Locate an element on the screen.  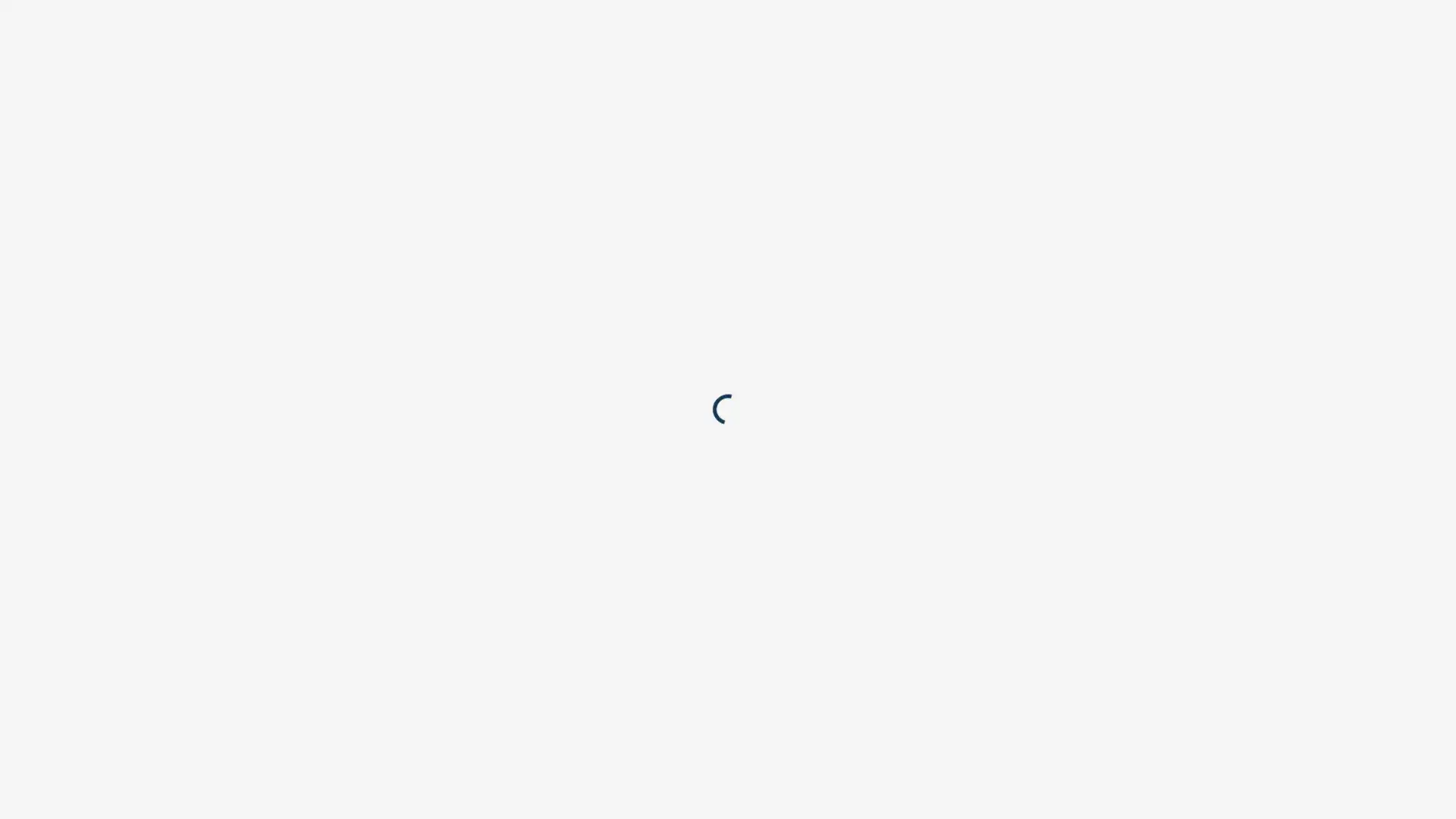
Submit report is located at coordinates (910, 174).